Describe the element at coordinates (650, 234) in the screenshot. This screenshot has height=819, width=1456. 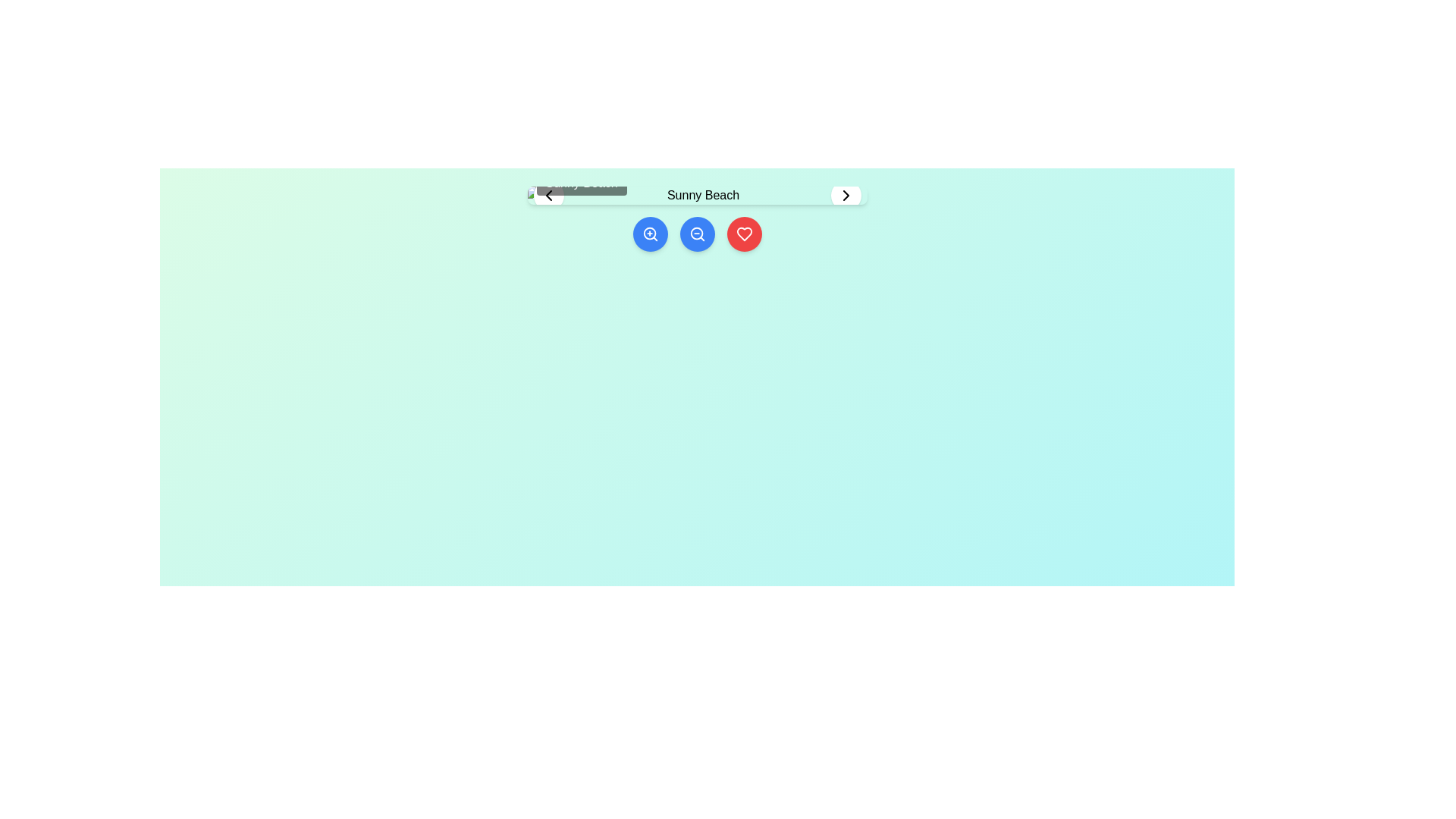
I see `the circular blue button with a white magnifying glass icon below the 'Sunny Beach' label` at that location.